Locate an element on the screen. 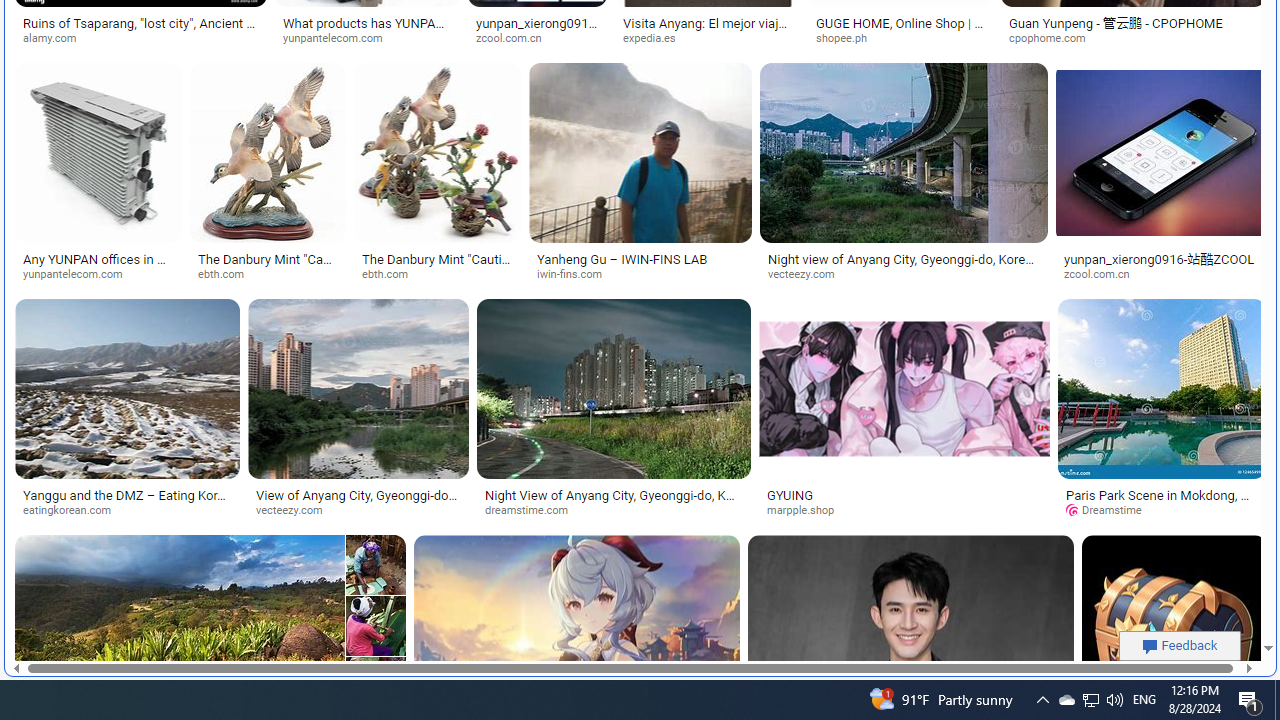 The image size is (1280, 720). 'eatingkorean.com' is located at coordinates (74, 509).